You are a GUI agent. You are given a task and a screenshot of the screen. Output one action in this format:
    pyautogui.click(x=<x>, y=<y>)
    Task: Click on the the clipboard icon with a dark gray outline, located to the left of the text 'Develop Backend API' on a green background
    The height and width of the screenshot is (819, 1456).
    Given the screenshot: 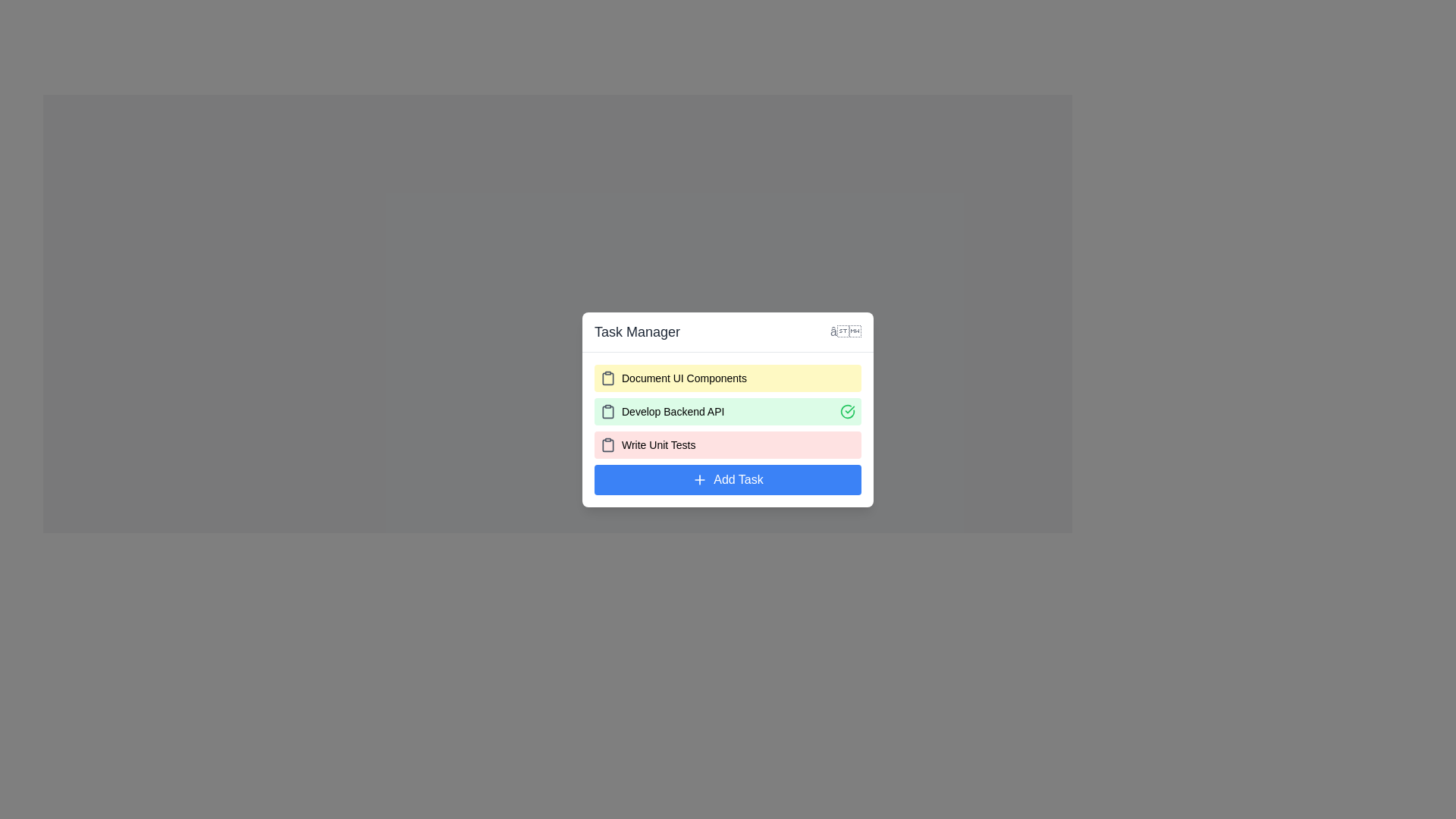 What is the action you would take?
    pyautogui.click(x=607, y=411)
    